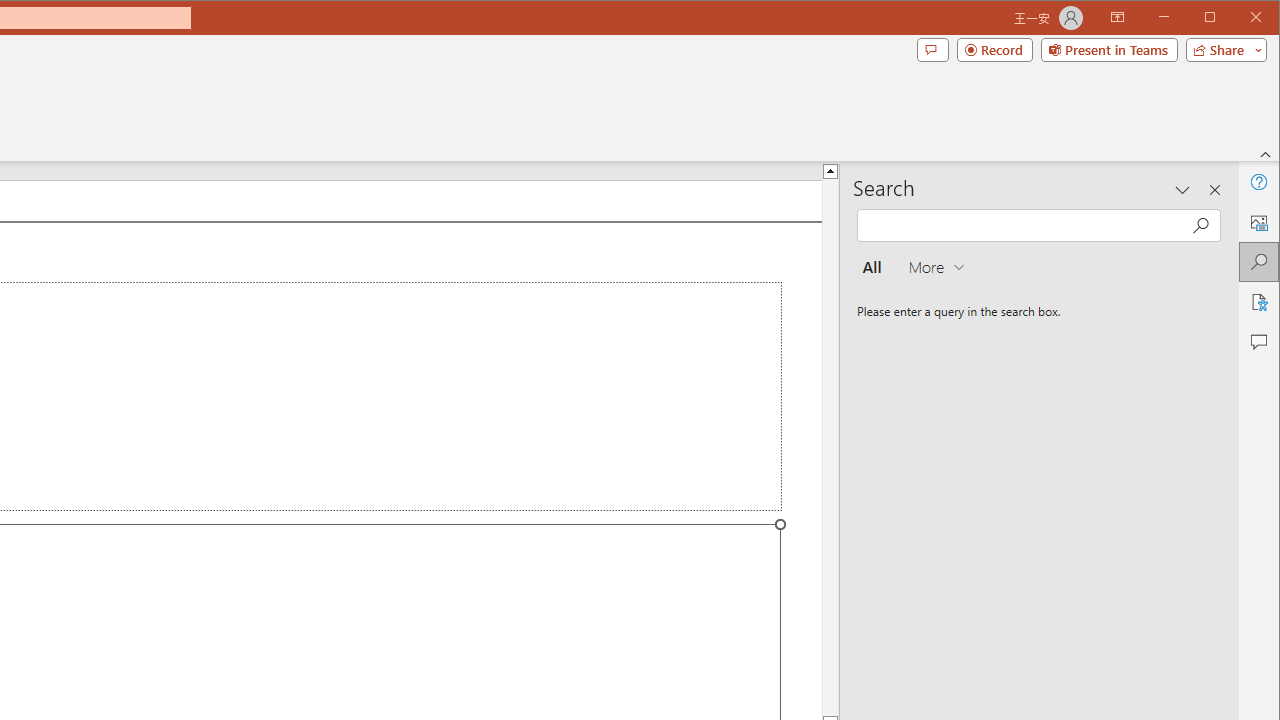  What do you see at coordinates (1257, 222) in the screenshot?
I see `'Alt Text'` at bounding box center [1257, 222].